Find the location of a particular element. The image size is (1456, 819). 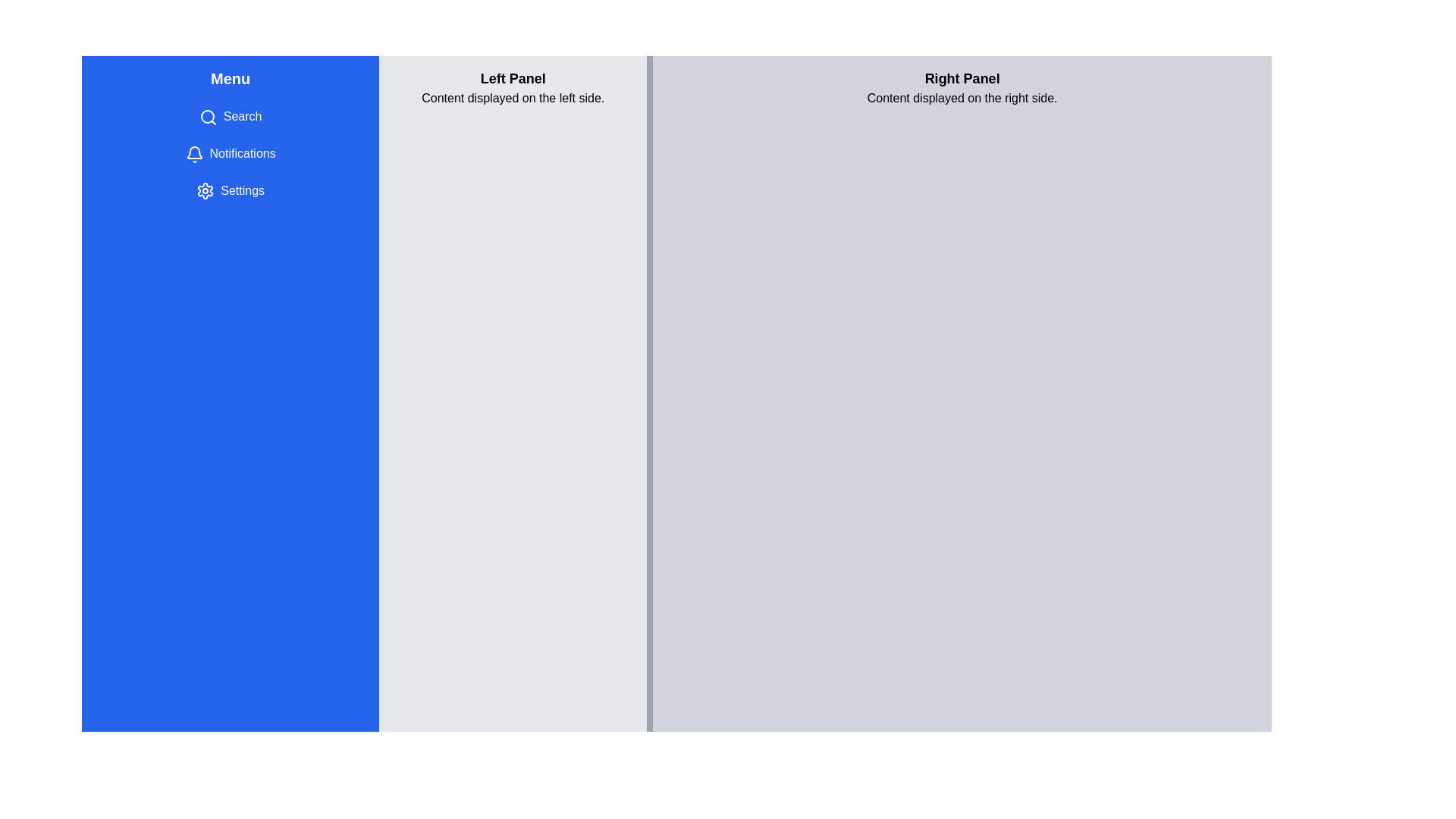

the lower portion of the bell notification icon located in the 'Notifications' section of the side menu, which is part of a minimalistic outline style on a blue background is located at coordinates (193, 152).